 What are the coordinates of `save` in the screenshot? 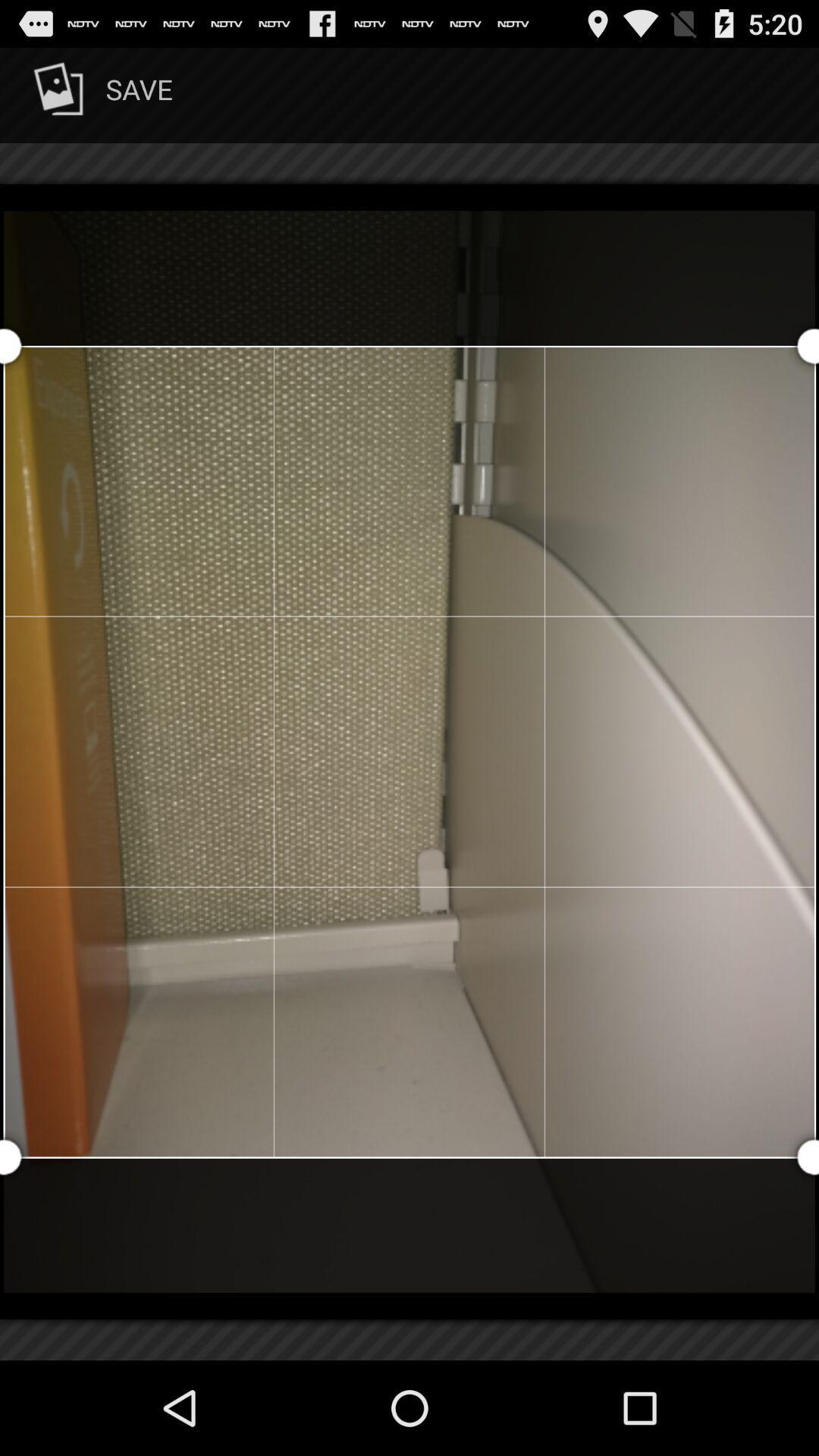 It's located at (100, 94).